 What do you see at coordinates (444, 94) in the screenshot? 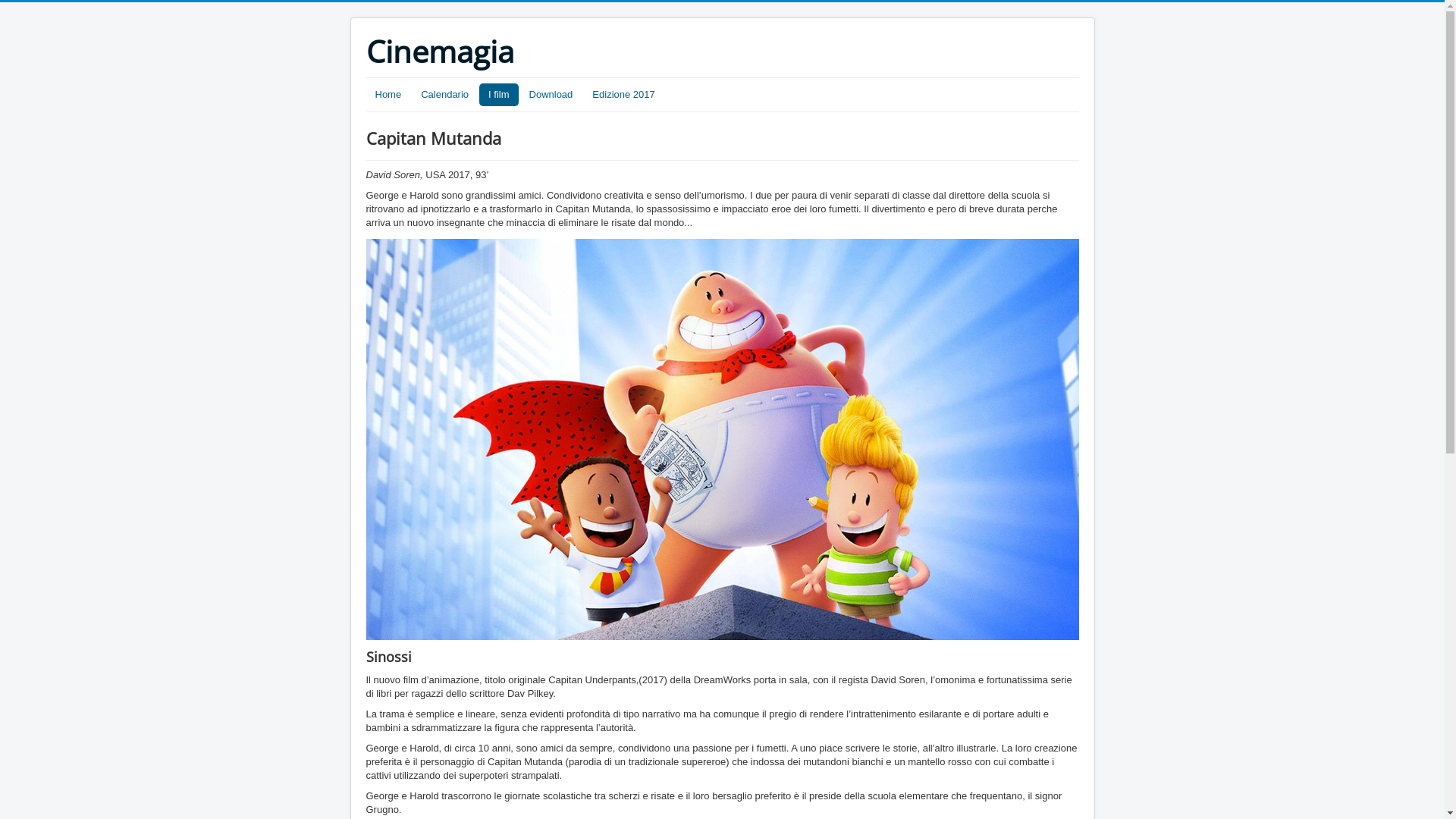
I see `'Calendario'` at bounding box center [444, 94].